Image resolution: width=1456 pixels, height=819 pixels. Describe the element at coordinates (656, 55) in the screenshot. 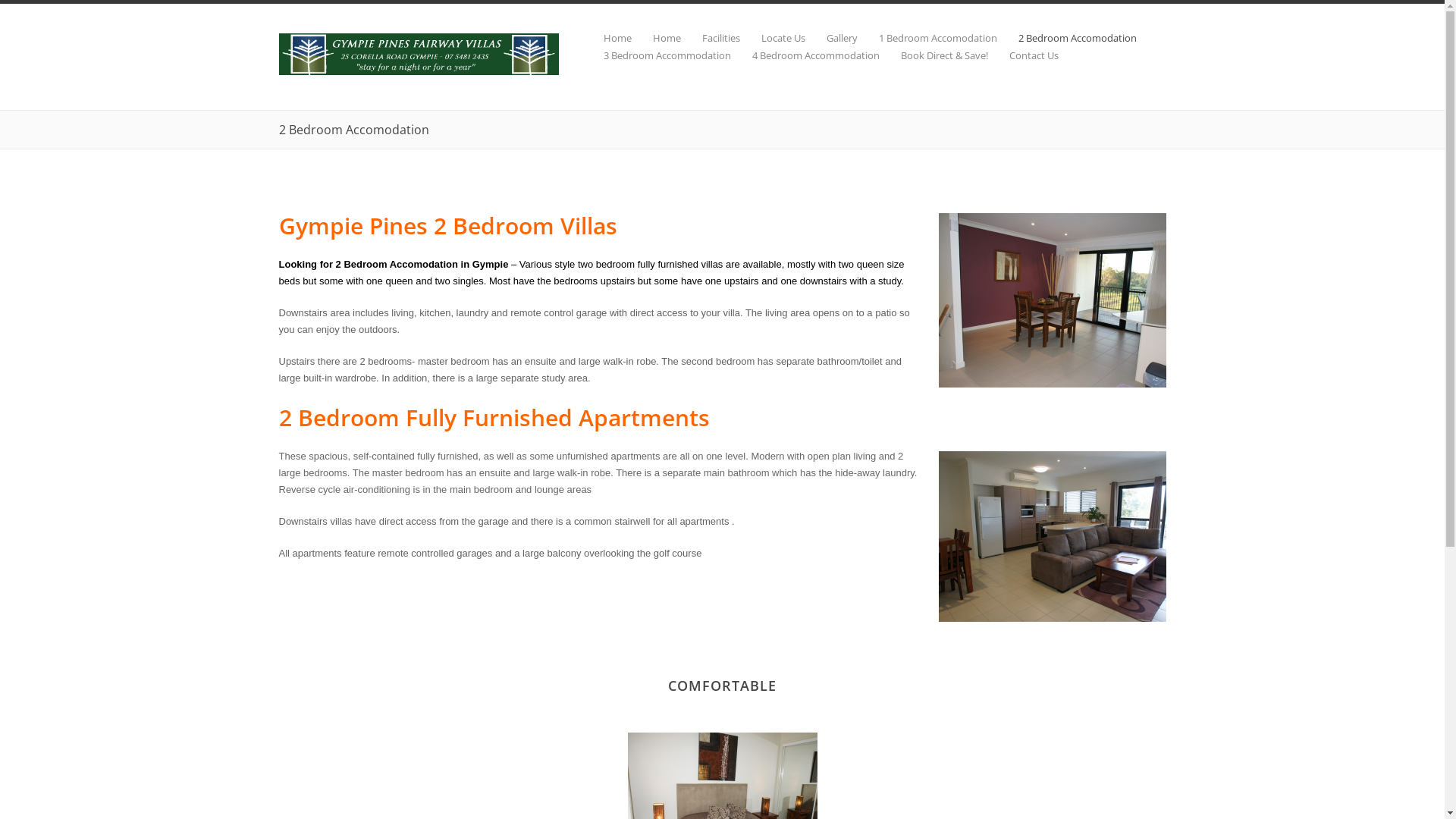

I see `'3 Bedroom Accommodation'` at that location.